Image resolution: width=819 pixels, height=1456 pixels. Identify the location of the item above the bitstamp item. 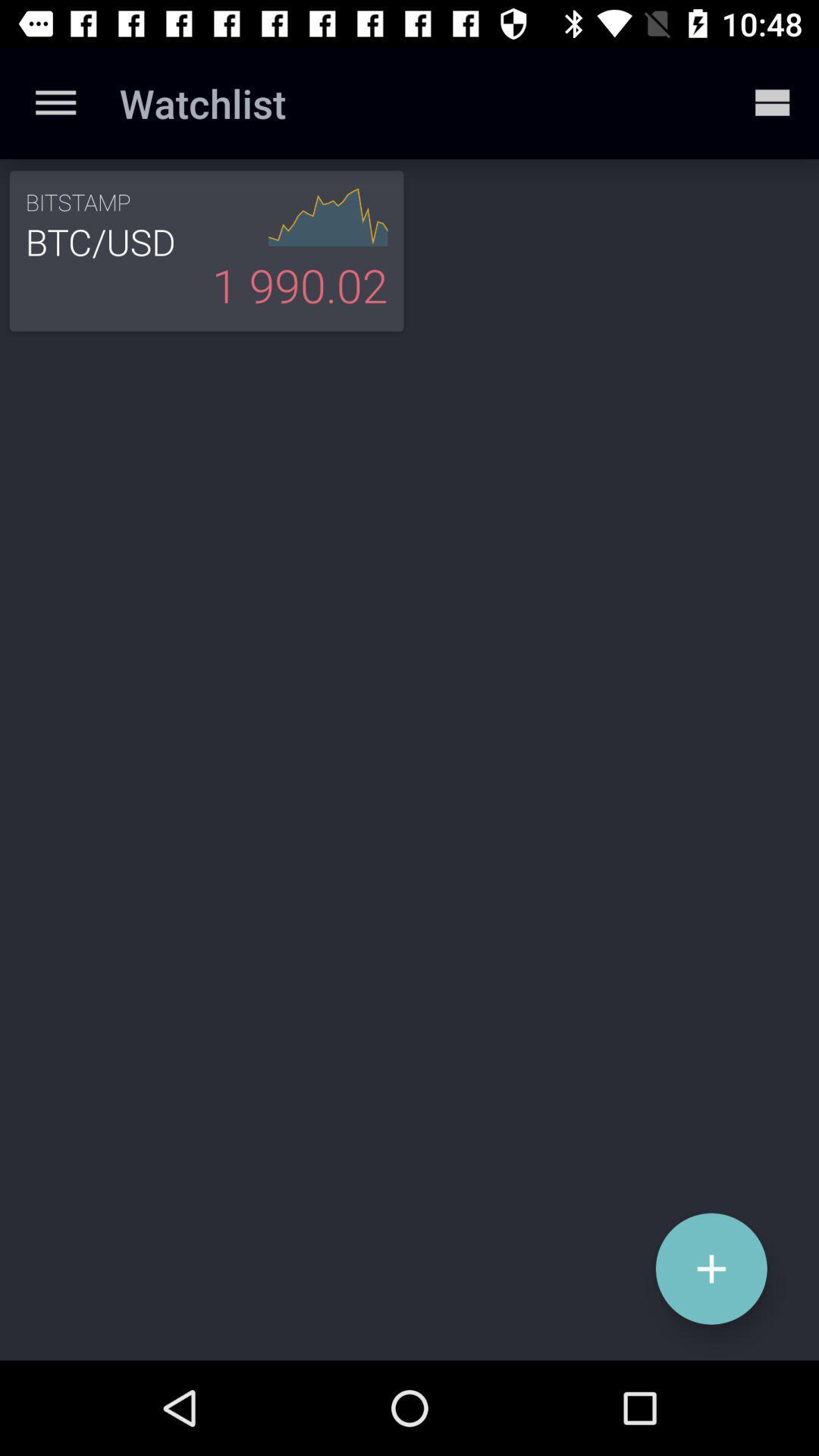
(55, 102).